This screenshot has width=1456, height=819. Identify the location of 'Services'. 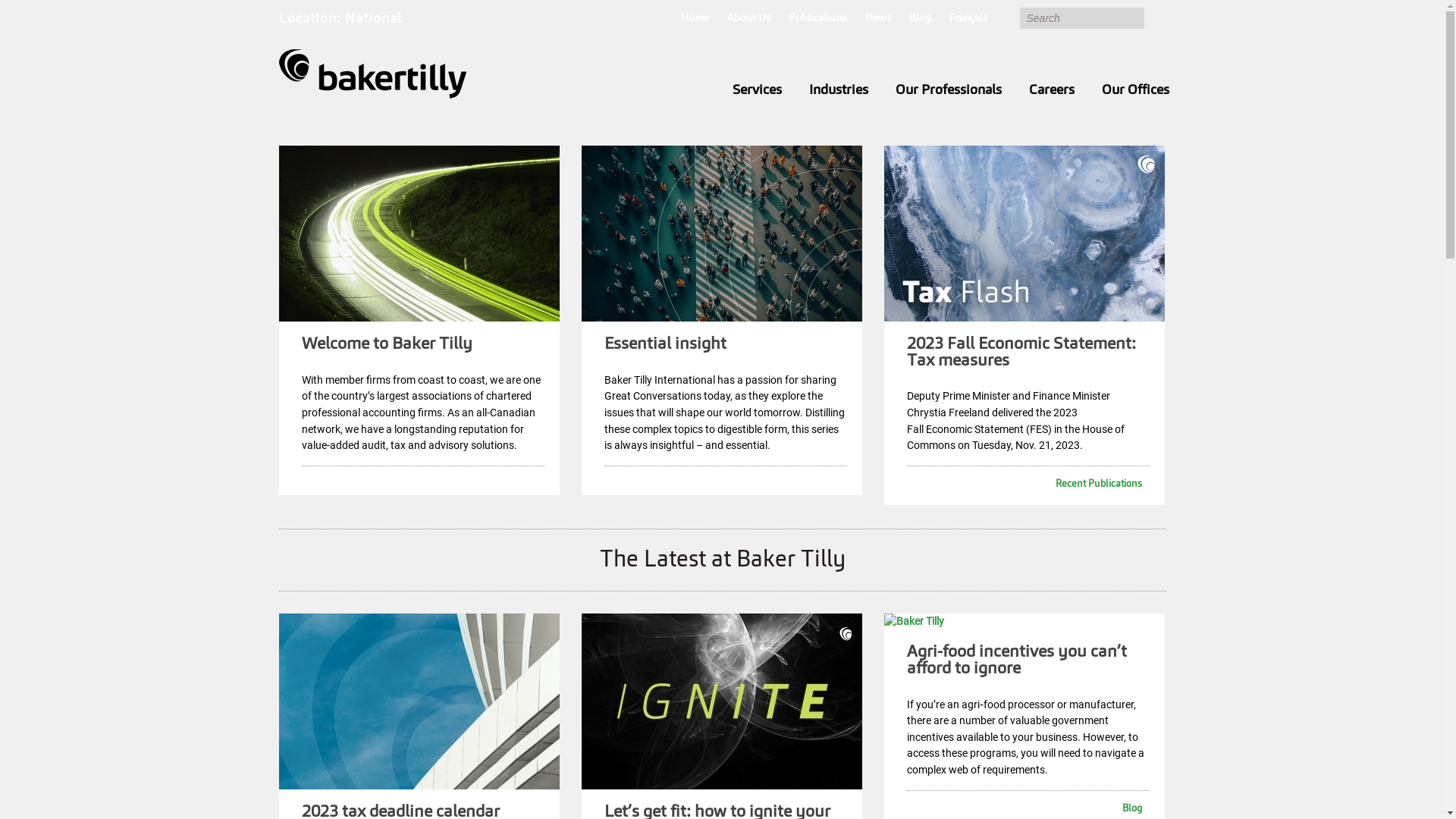
(718, 90).